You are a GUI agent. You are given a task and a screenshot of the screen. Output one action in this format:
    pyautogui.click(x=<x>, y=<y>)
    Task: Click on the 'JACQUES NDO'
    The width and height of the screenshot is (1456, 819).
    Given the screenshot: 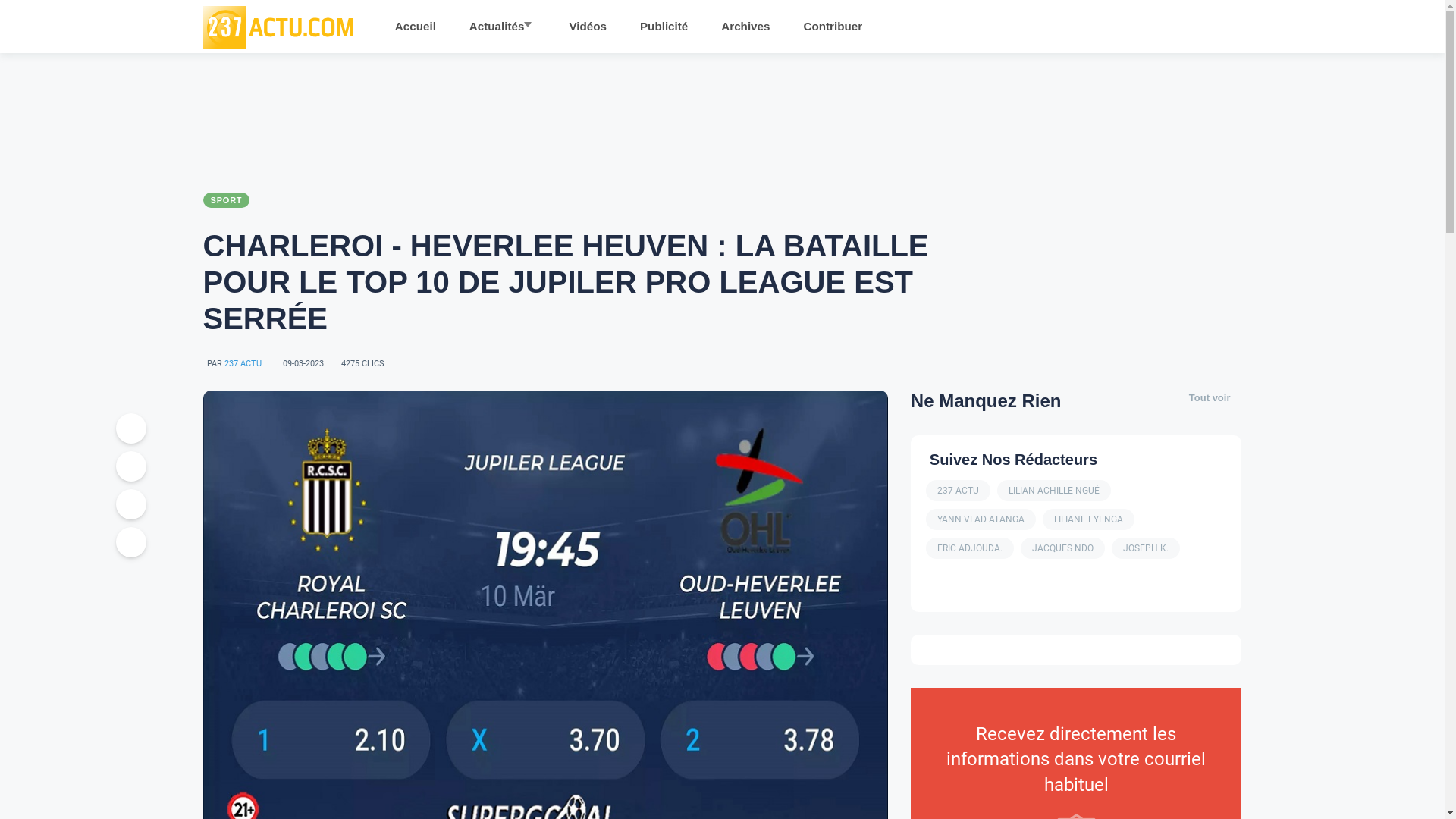 What is the action you would take?
    pyautogui.click(x=1062, y=548)
    